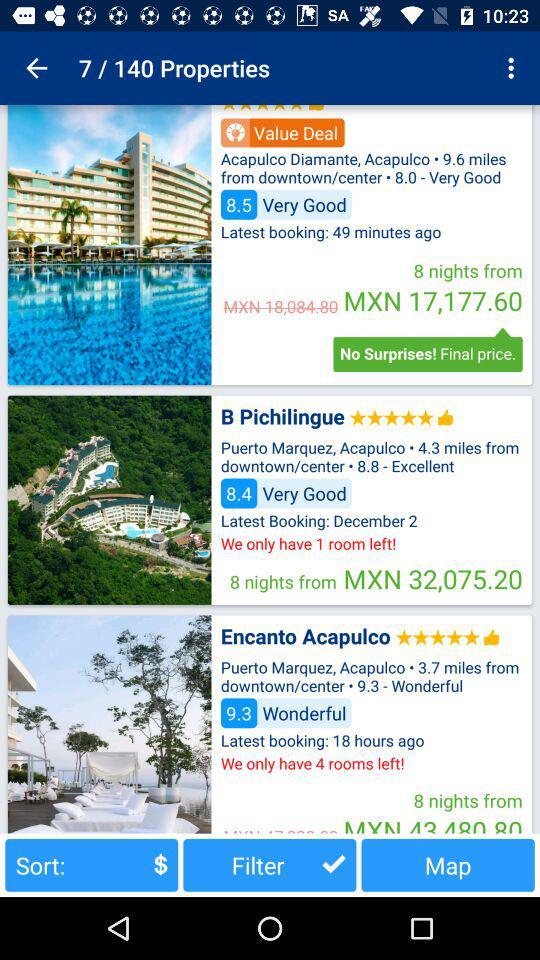 The height and width of the screenshot is (960, 540). I want to click on item next to map, so click(269, 864).